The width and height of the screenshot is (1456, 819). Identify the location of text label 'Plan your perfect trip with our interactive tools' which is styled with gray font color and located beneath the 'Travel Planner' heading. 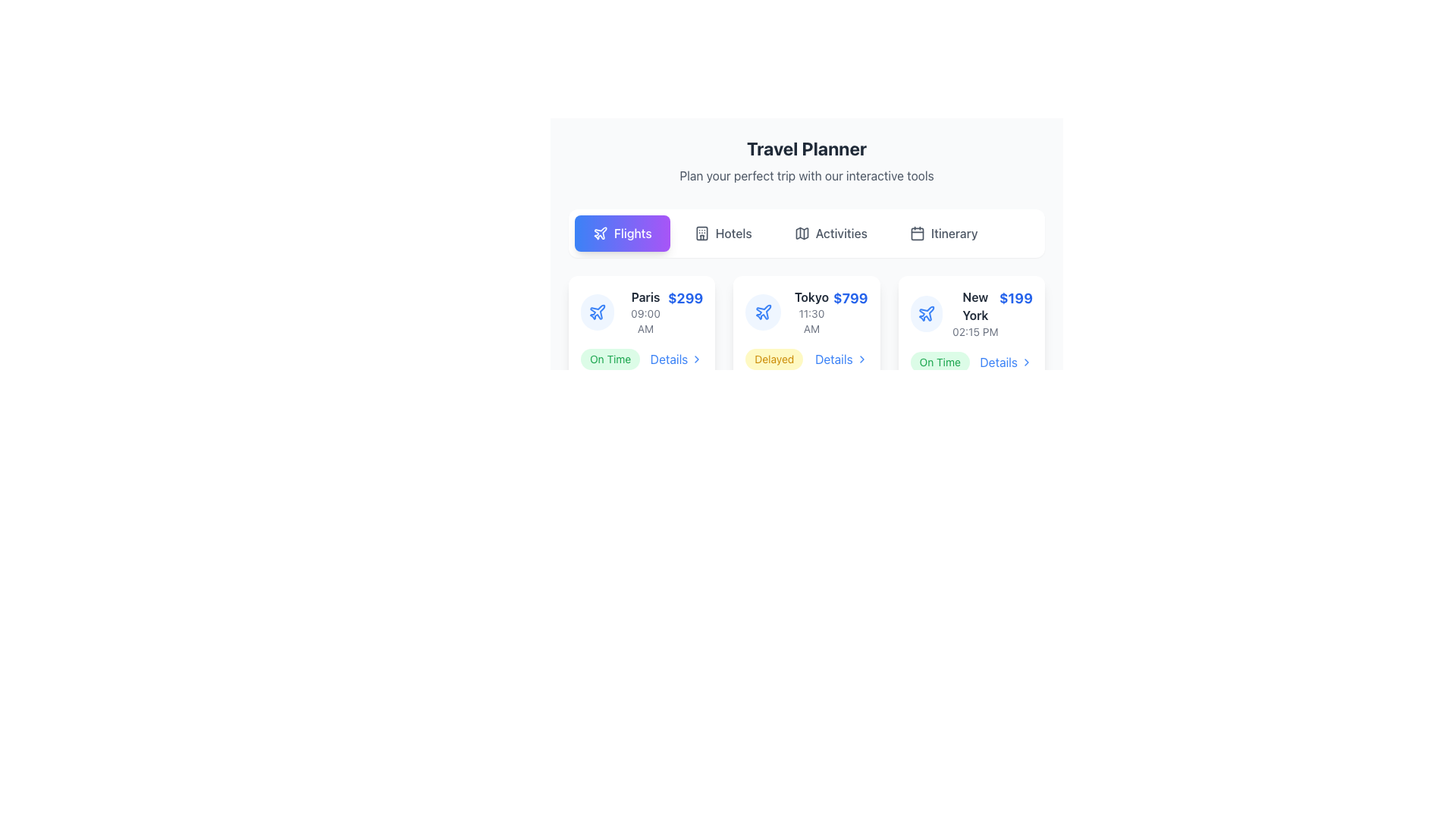
(806, 174).